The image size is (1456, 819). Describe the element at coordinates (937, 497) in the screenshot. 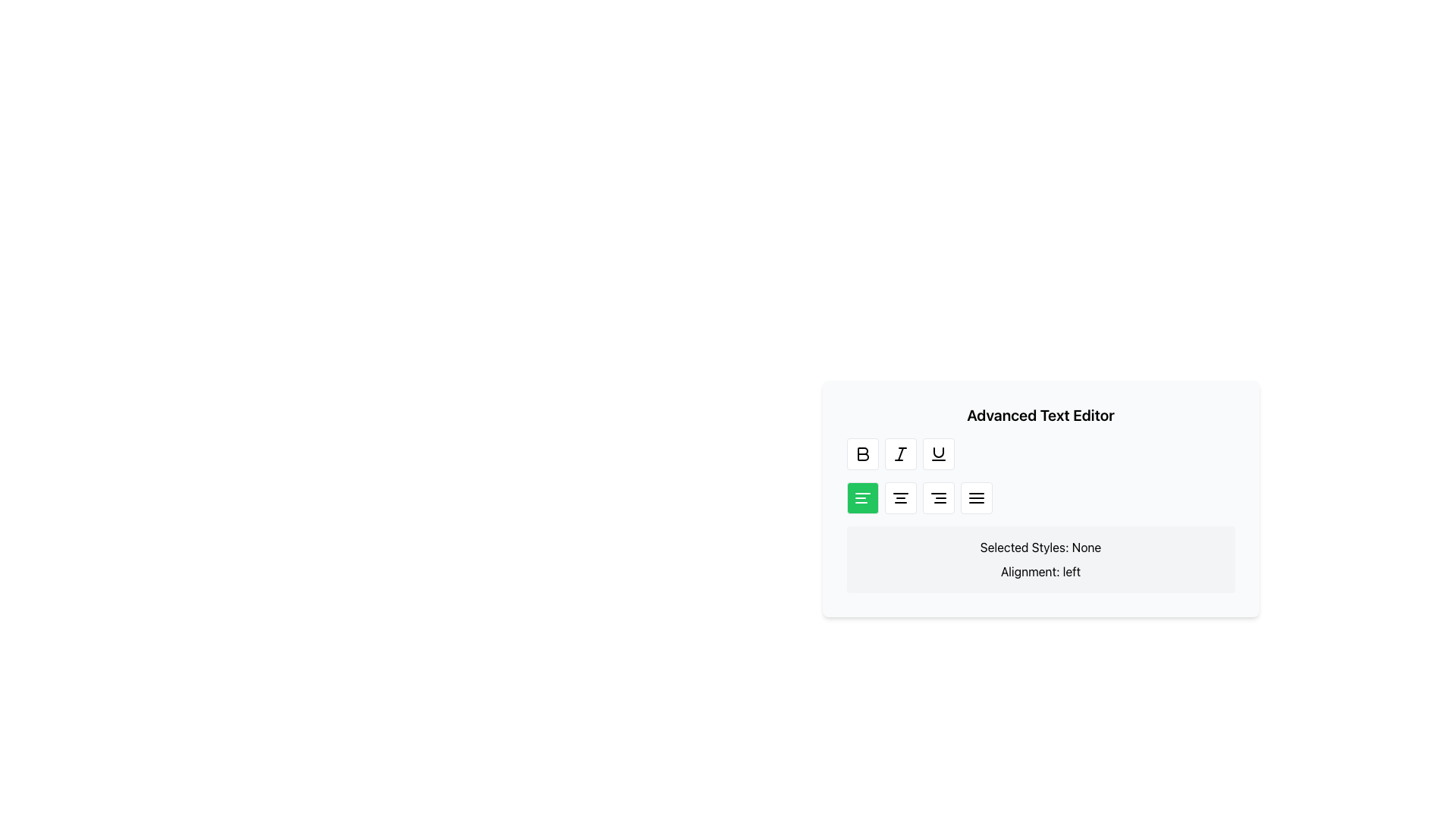

I see `the toggle button icon with three horizontal lines located in the bottom row of the toolbar in the Advanced Text Editor` at that location.